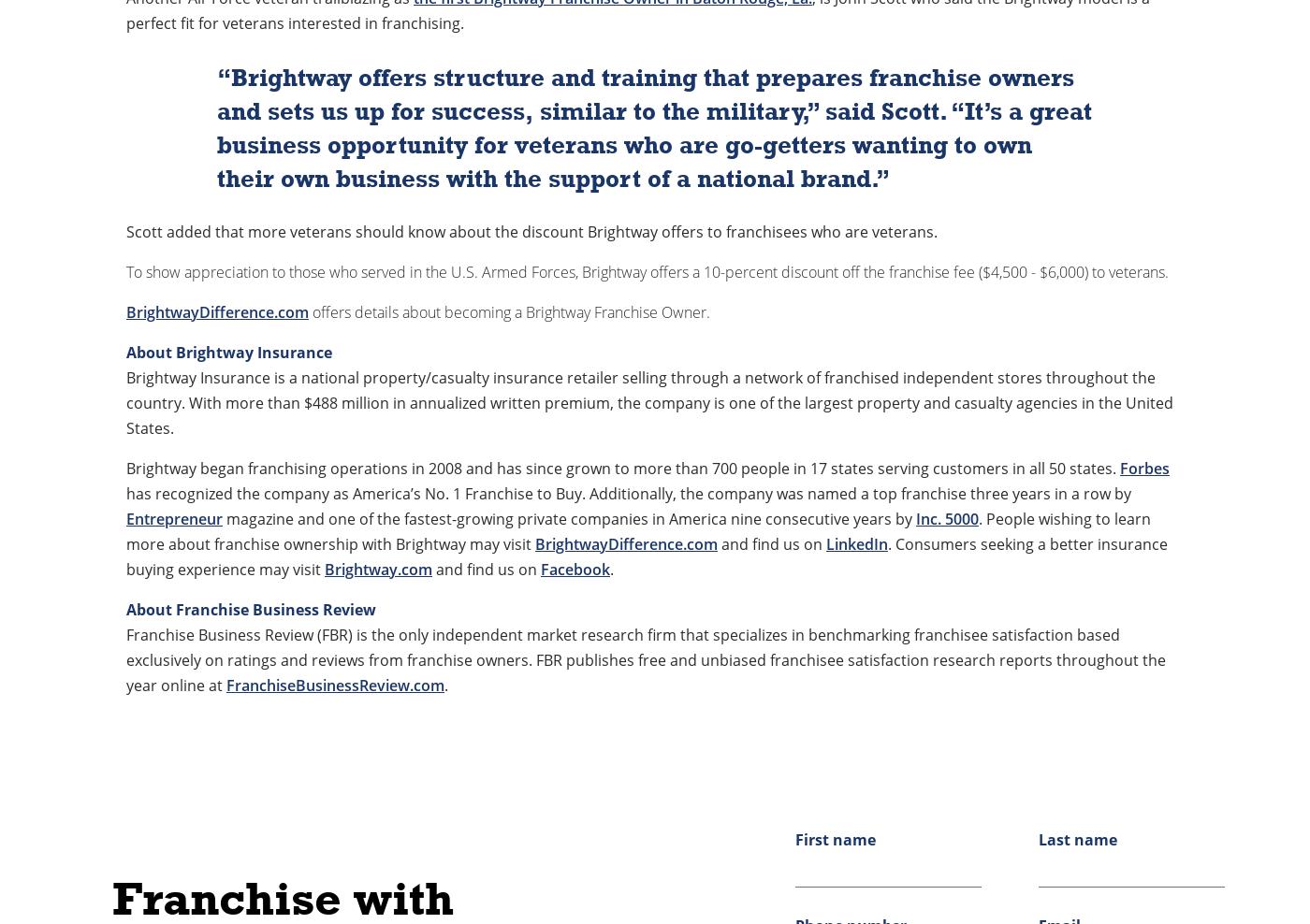 This screenshot has height=924, width=1310. What do you see at coordinates (857, 543) in the screenshot?
I see `'LinkedIn'` at bounding box center [857, 543].